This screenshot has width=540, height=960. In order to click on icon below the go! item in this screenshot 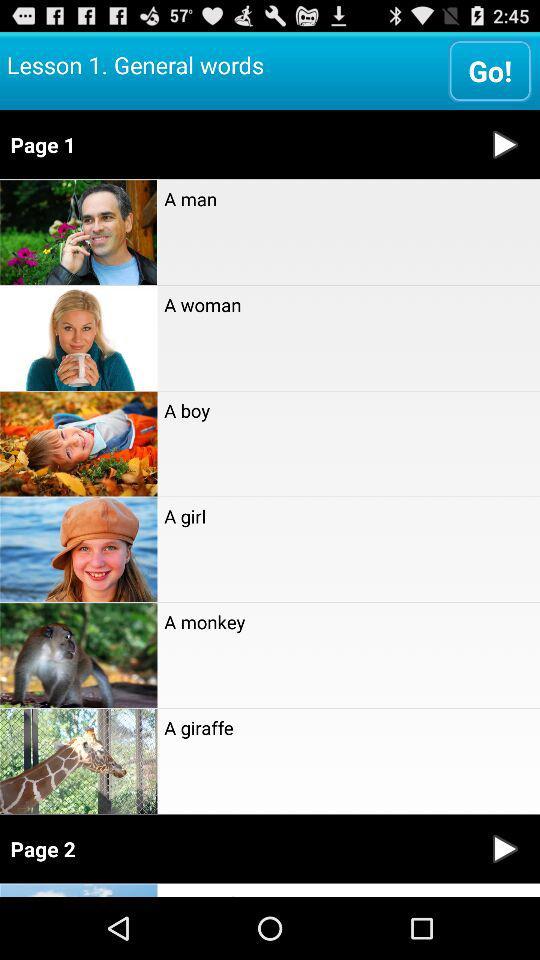, I will do `click(234, 143)`.